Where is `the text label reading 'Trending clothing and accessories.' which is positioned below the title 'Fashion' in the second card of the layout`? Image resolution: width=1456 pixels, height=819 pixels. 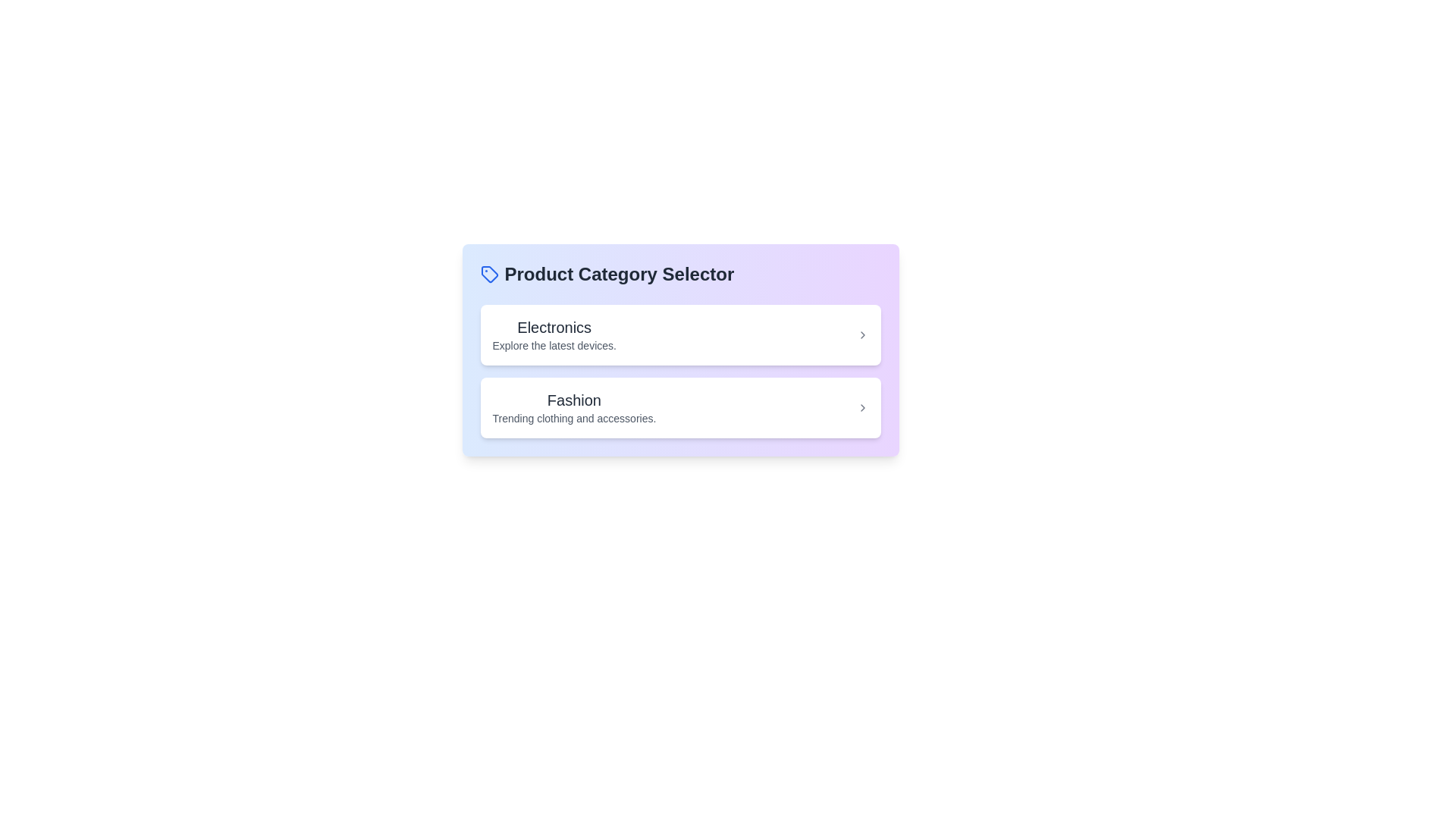 the text label reading 'Trending clothing and accessories.' which is positioned below the title 'Fashion' in the second card of the layout is located at coordinates (573, 418).